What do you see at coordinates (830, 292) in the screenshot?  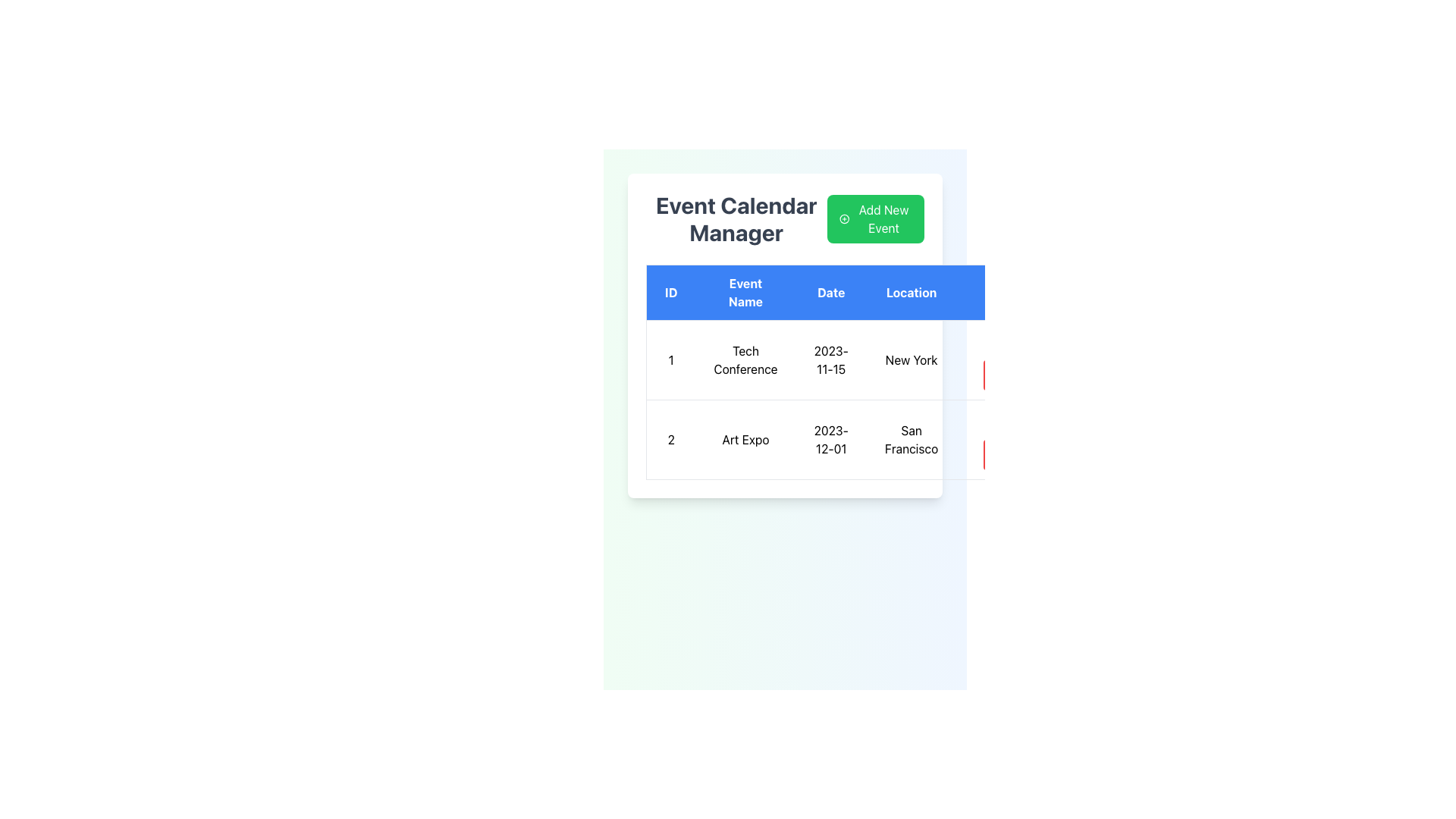 I see `Table Header Cell labeled 'Date', which is the third cell in the header row of the table, displaying the text in bold white font centered within a blue rectangular cell` at bounding box center [830, 292].